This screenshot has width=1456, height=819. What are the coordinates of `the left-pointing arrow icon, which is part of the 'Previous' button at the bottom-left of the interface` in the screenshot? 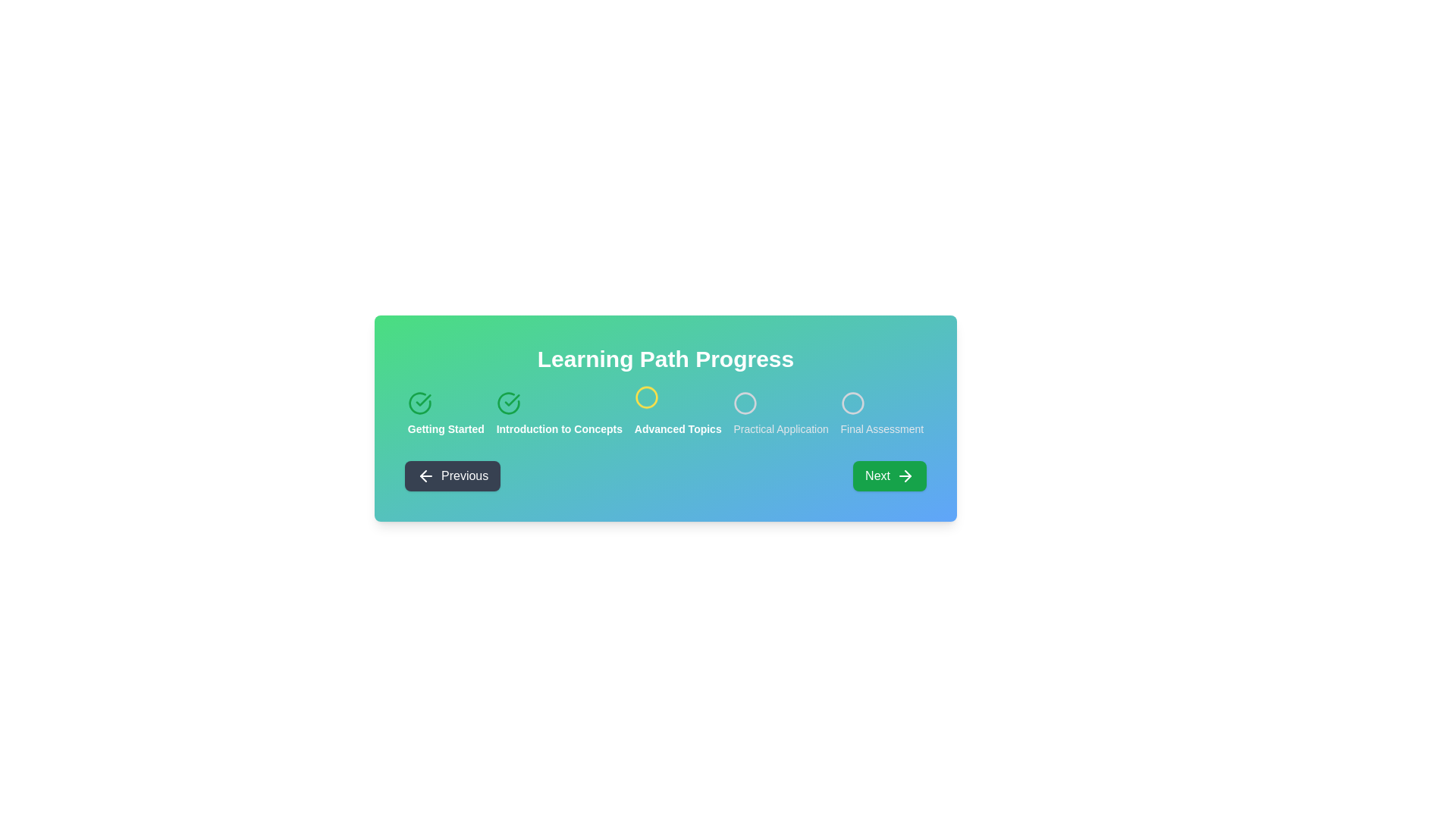 It's located at (423, 475).